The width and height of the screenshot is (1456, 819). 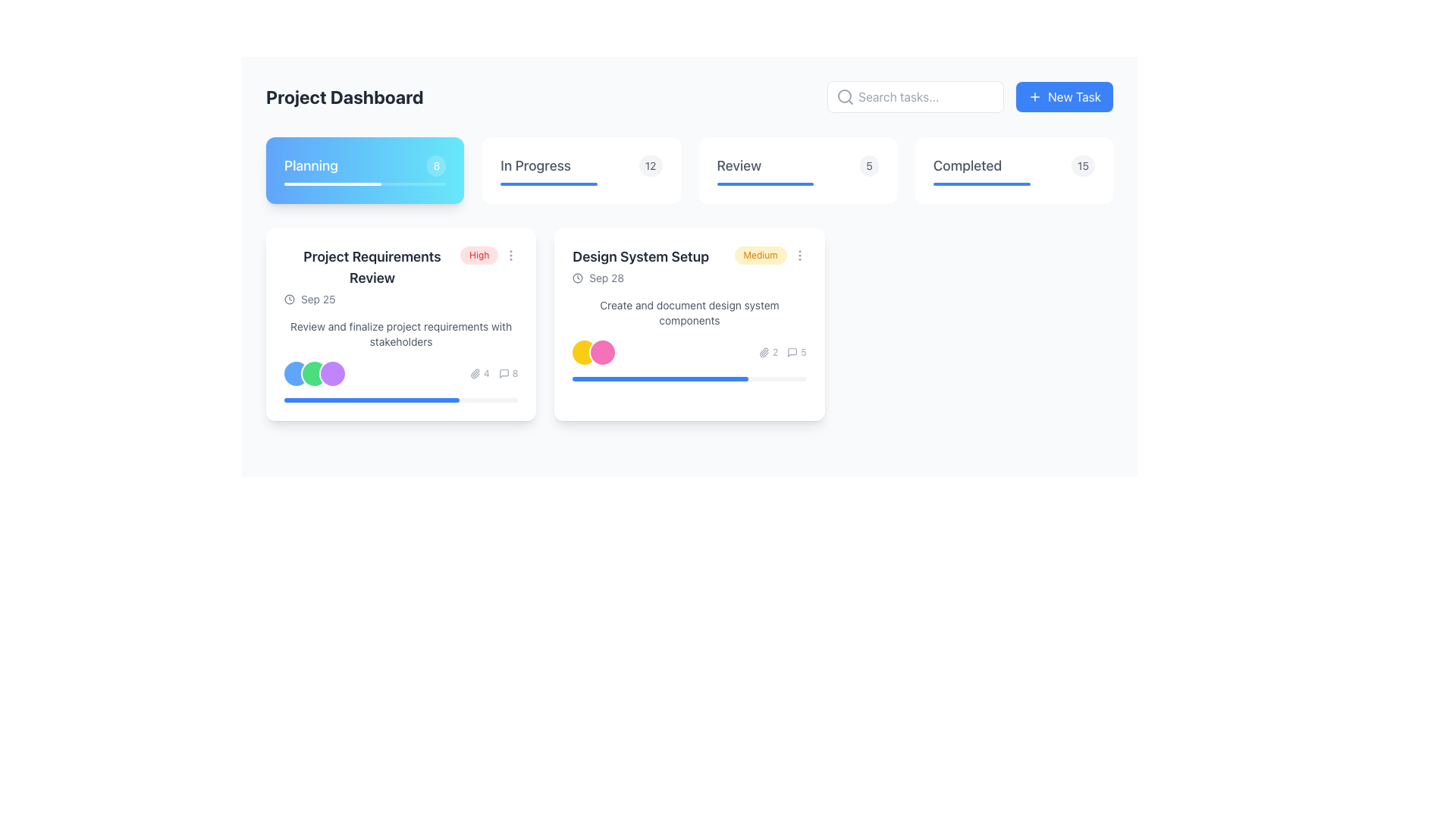 What do you see at coordinates (761, 254) in the screenshot?
I see `the informational label indicating the priority or status of the 'Design System Setup' card, located at the top-right corner of the card` at bounding box center [761, 254].